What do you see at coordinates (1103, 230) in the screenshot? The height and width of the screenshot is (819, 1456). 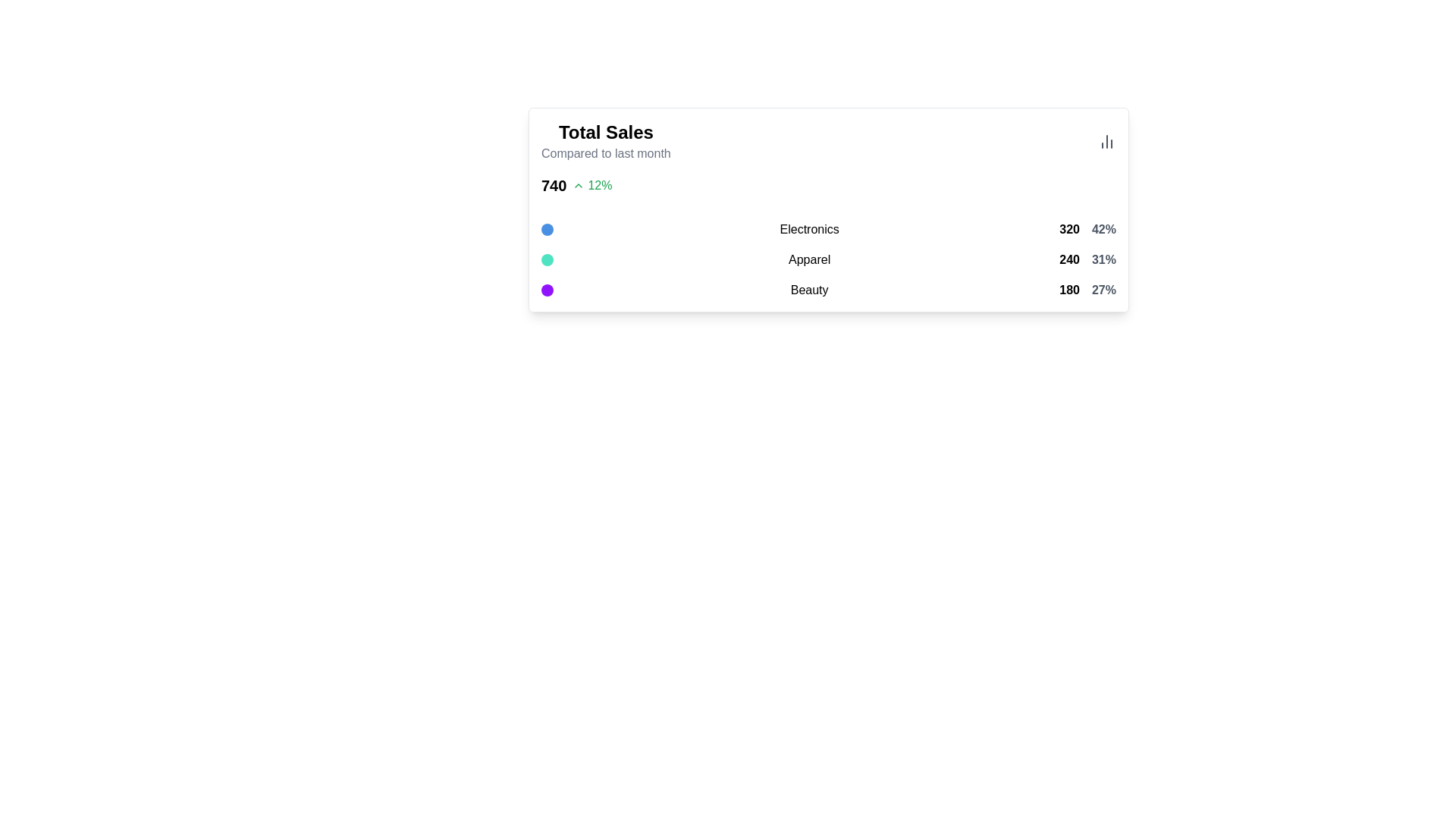 I see `the percentage text displaying the metric related to the '320' sales contribution in the 'Electronics' section for interaction or navigation` at bounding box center [1103, 230].